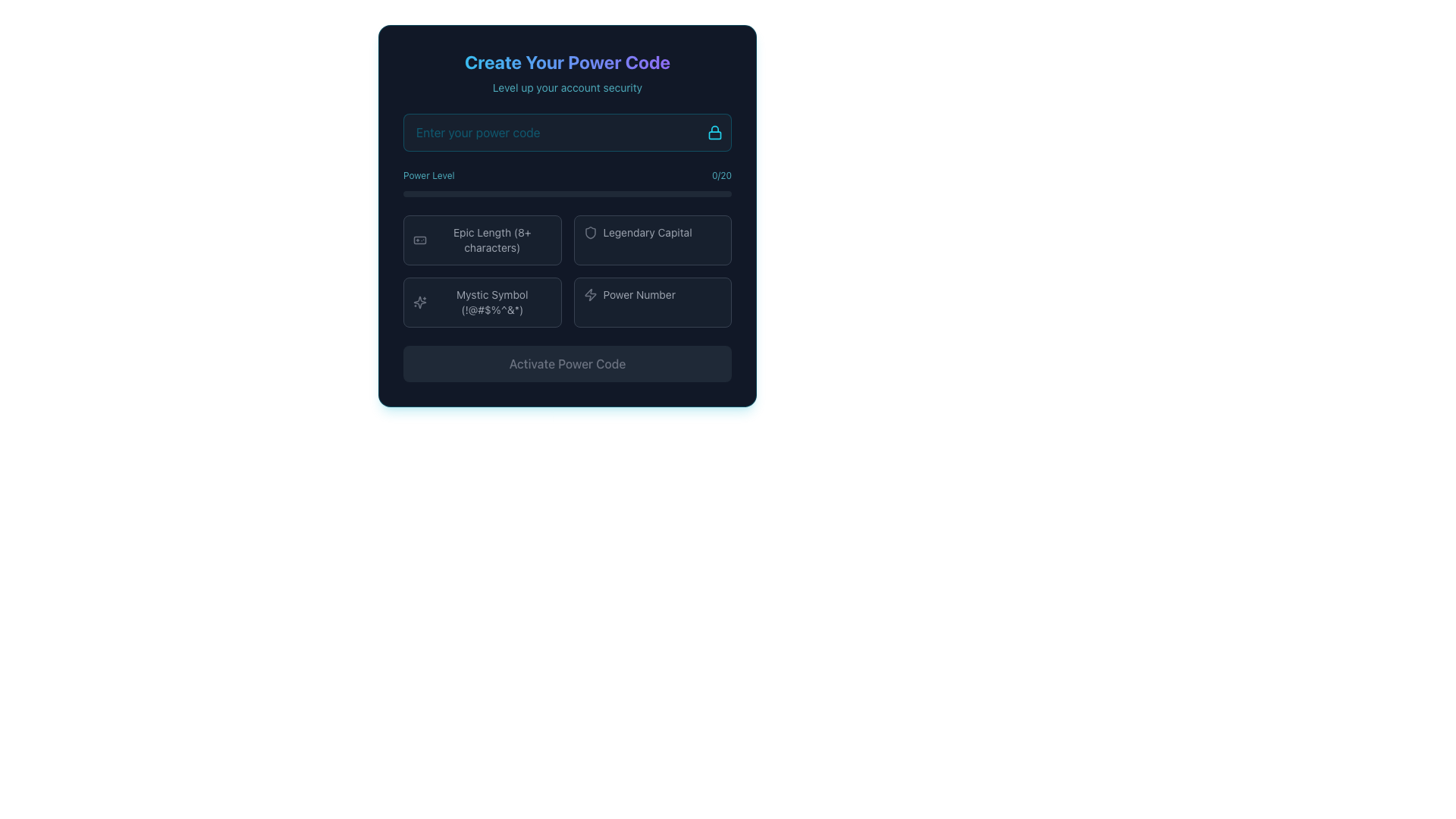 The width and height of the screenshot is (1456, 819). What do you see at coordinates (566, 183) in the screenshot?
I see `the progress level of the horizontal progress bar labeled 'Power Level', positioned below the 'Enter your power code' input field and above four buttons for password strength criteria` at bounding box center [566, 183].